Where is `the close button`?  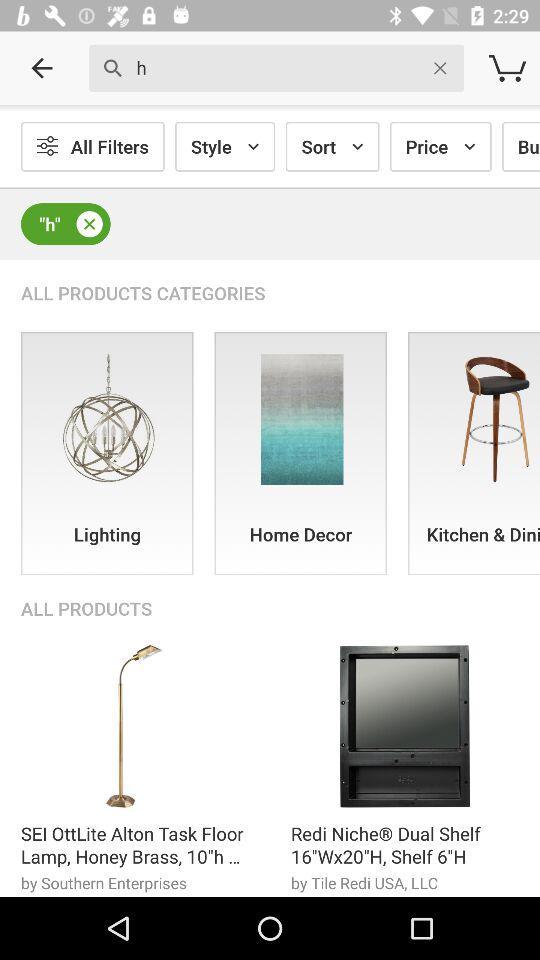 the close button is located at coordinates (88, 224).